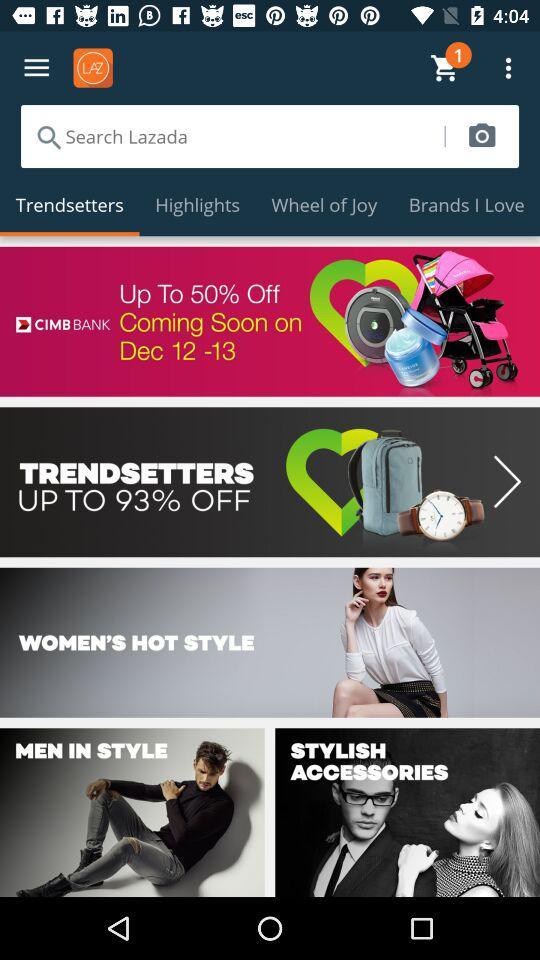 The image size is (540, 960). I want to click on open drop-down menu, so click(36, 68).